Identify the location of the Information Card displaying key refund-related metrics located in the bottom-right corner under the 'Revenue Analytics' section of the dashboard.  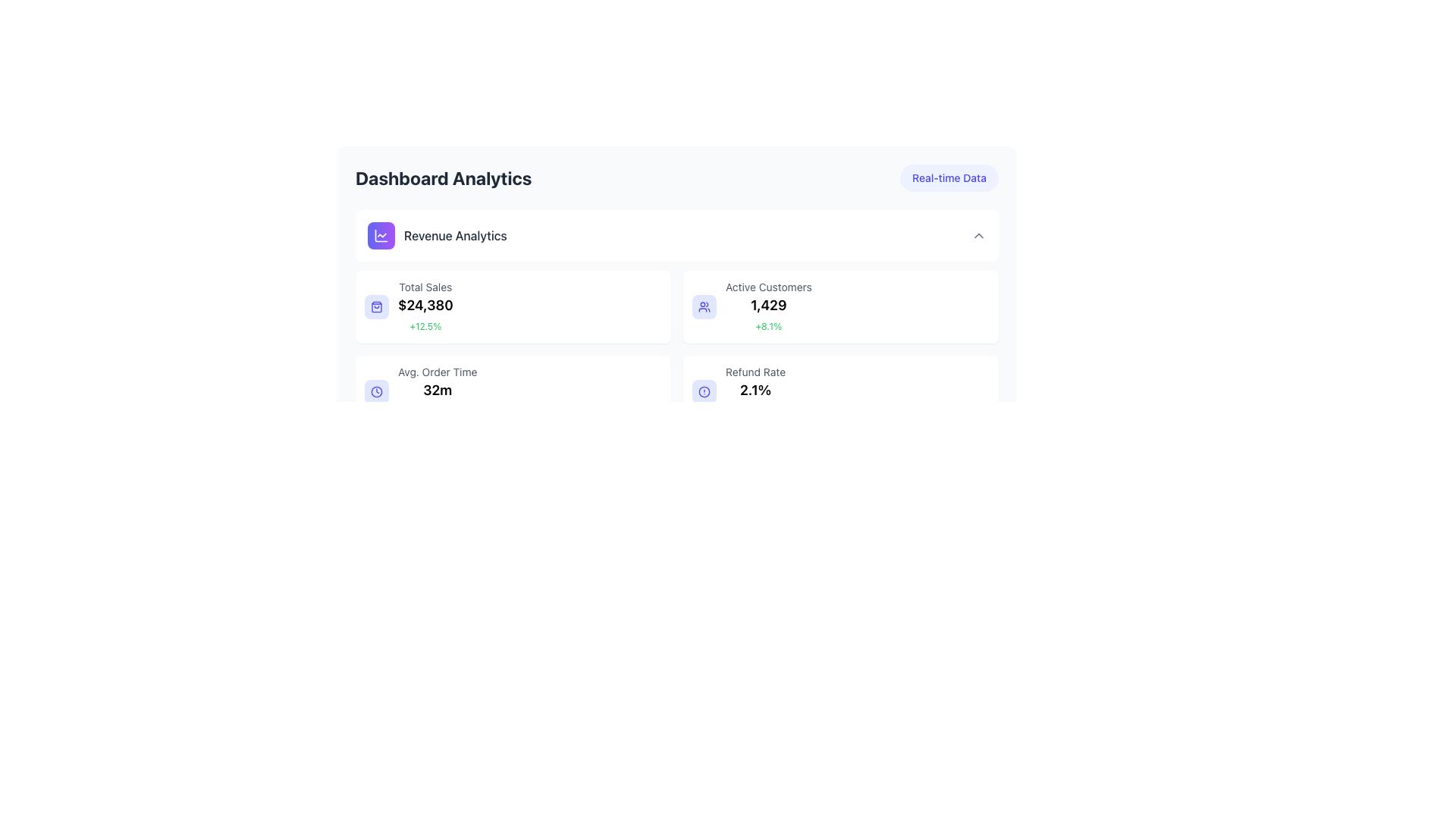
(839, 391).